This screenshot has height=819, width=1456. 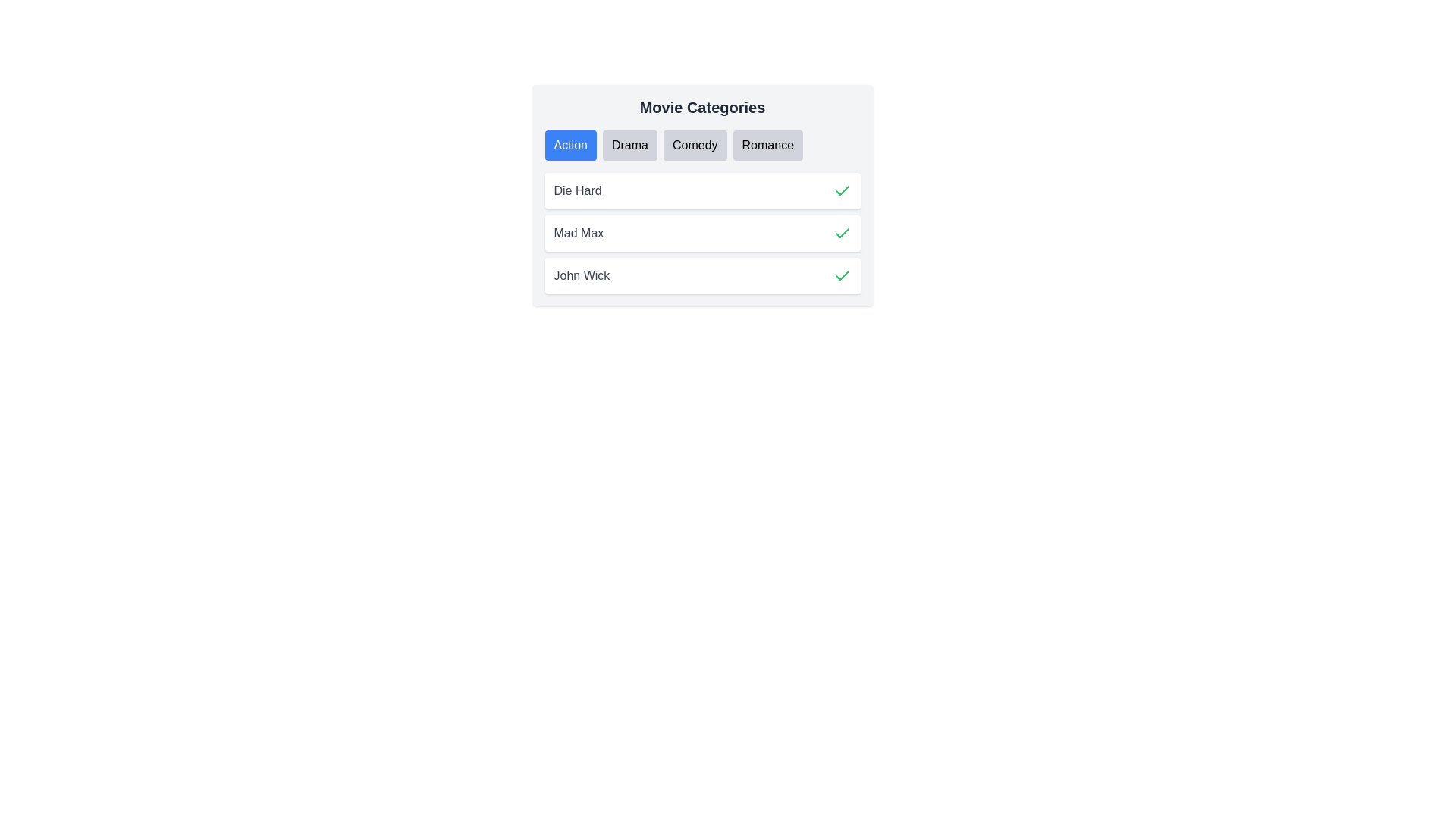 What do you see at coordinates (701, 234) in the screenshot?
I see `the 'Mad Max' list item in the 'Movie Categories' section for selection or action` at bounding box center [701, 234].